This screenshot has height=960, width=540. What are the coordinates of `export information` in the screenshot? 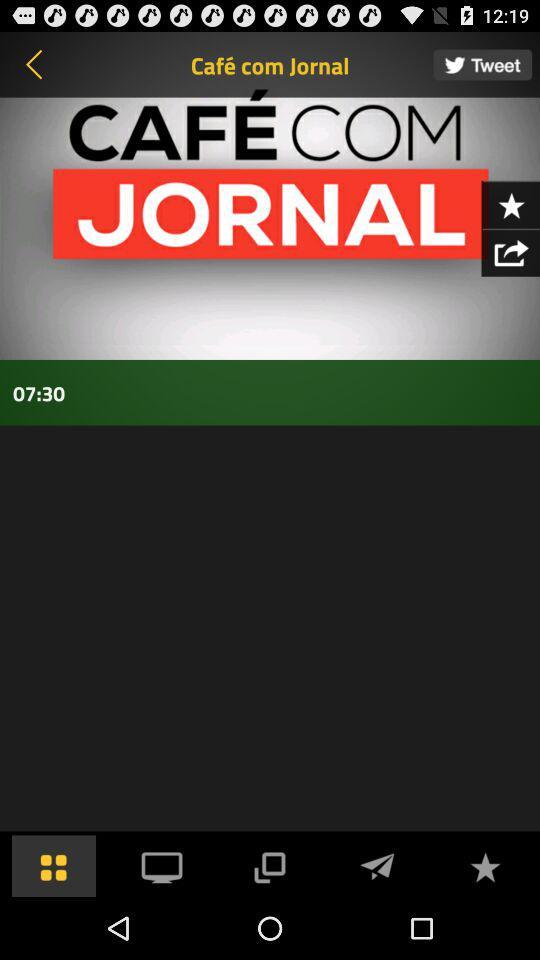 It's located at (510, 251).